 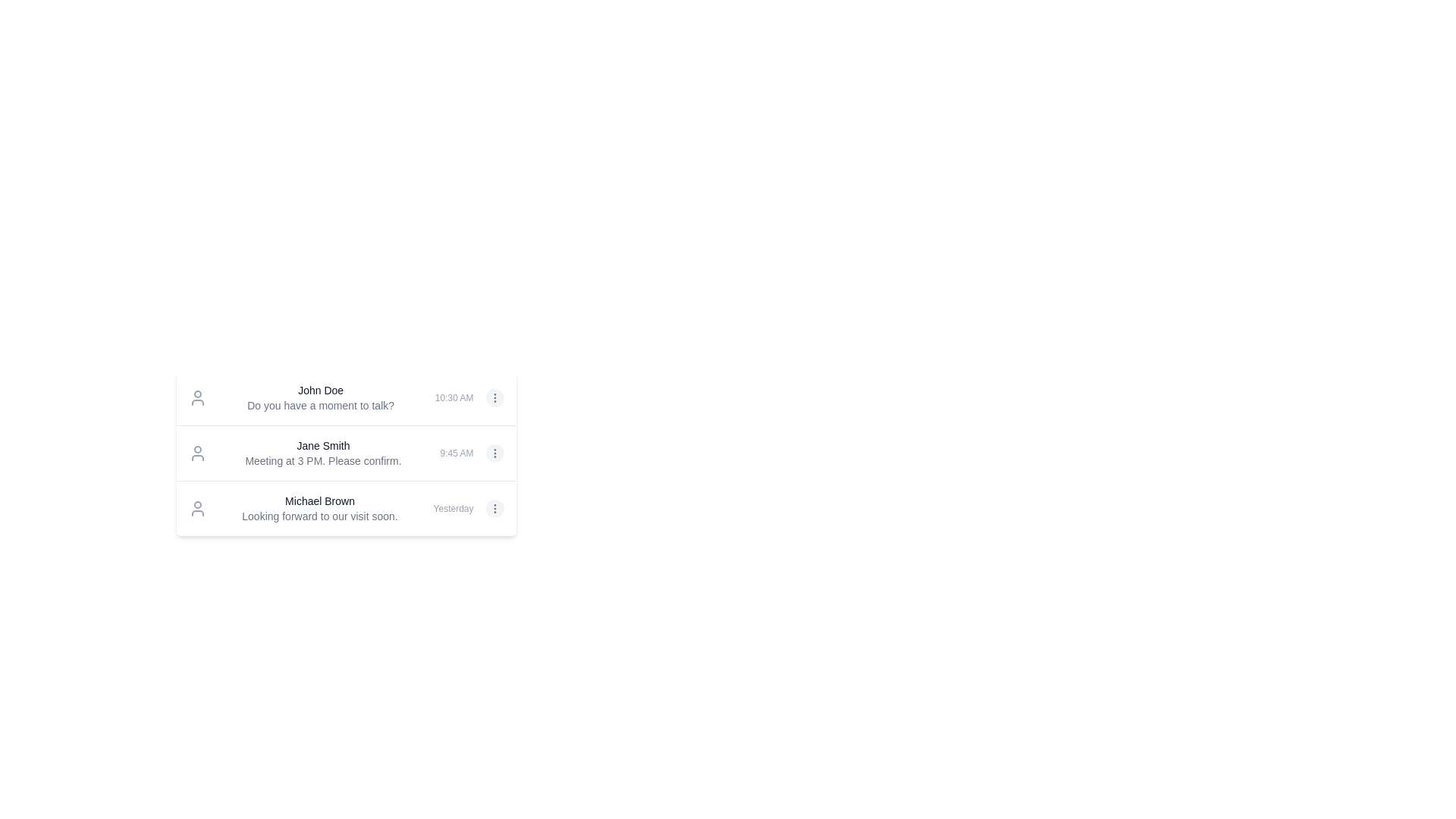 I want to click on or read the information displayed, so click(x=322, y=452).